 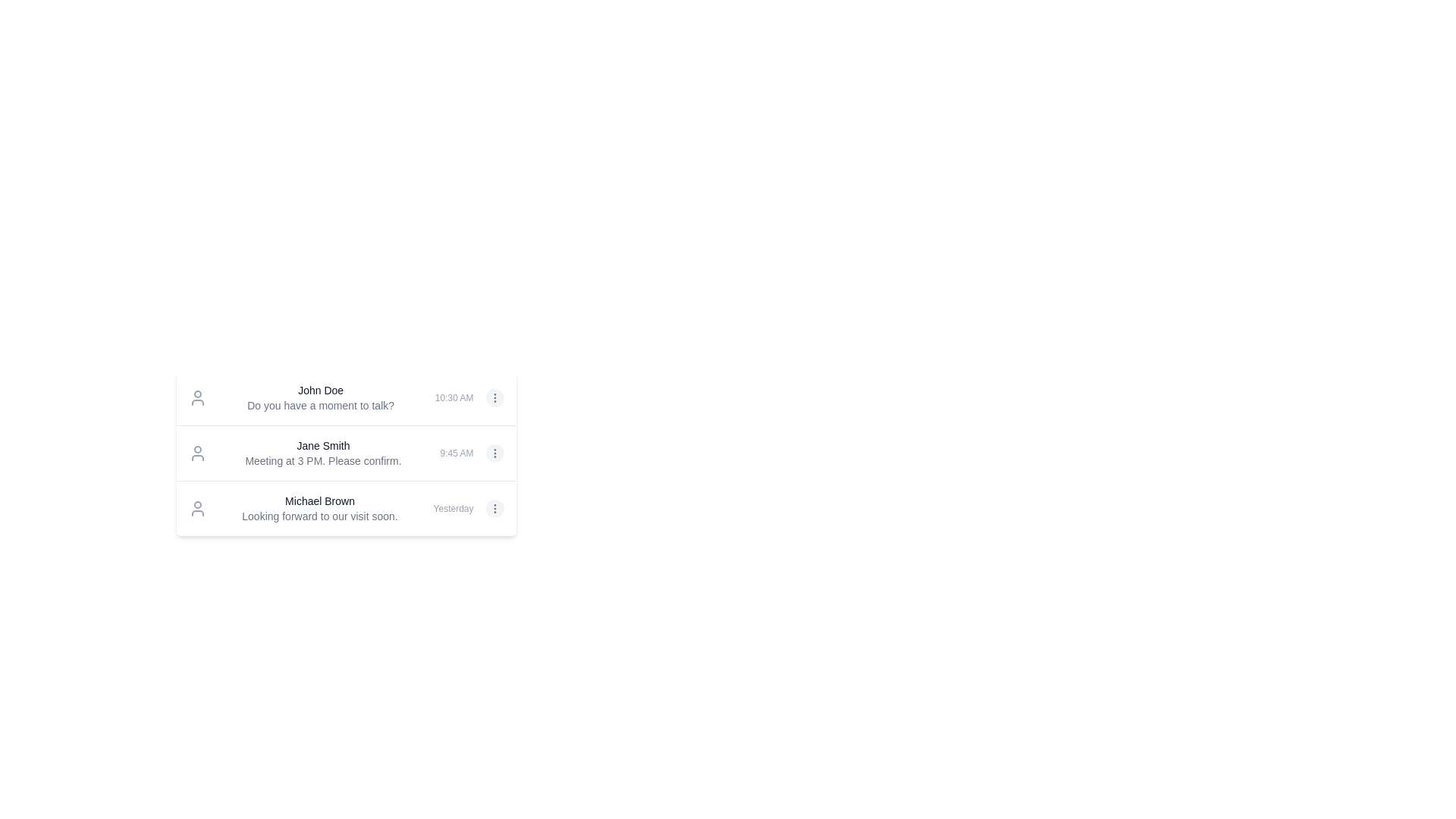 I want to click on or read the information displayed, so click(x=322, y=452).